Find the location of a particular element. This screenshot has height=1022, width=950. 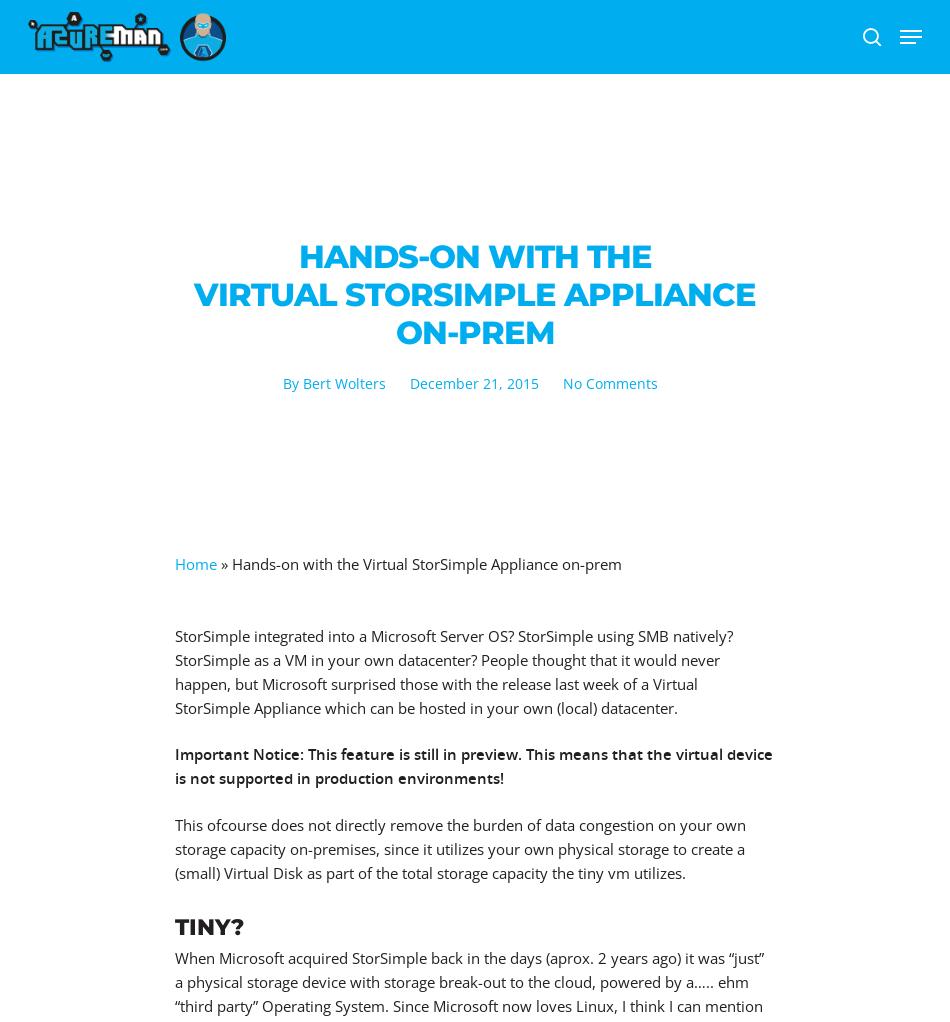

'Tiny?' is located at coordinates (174, 926).